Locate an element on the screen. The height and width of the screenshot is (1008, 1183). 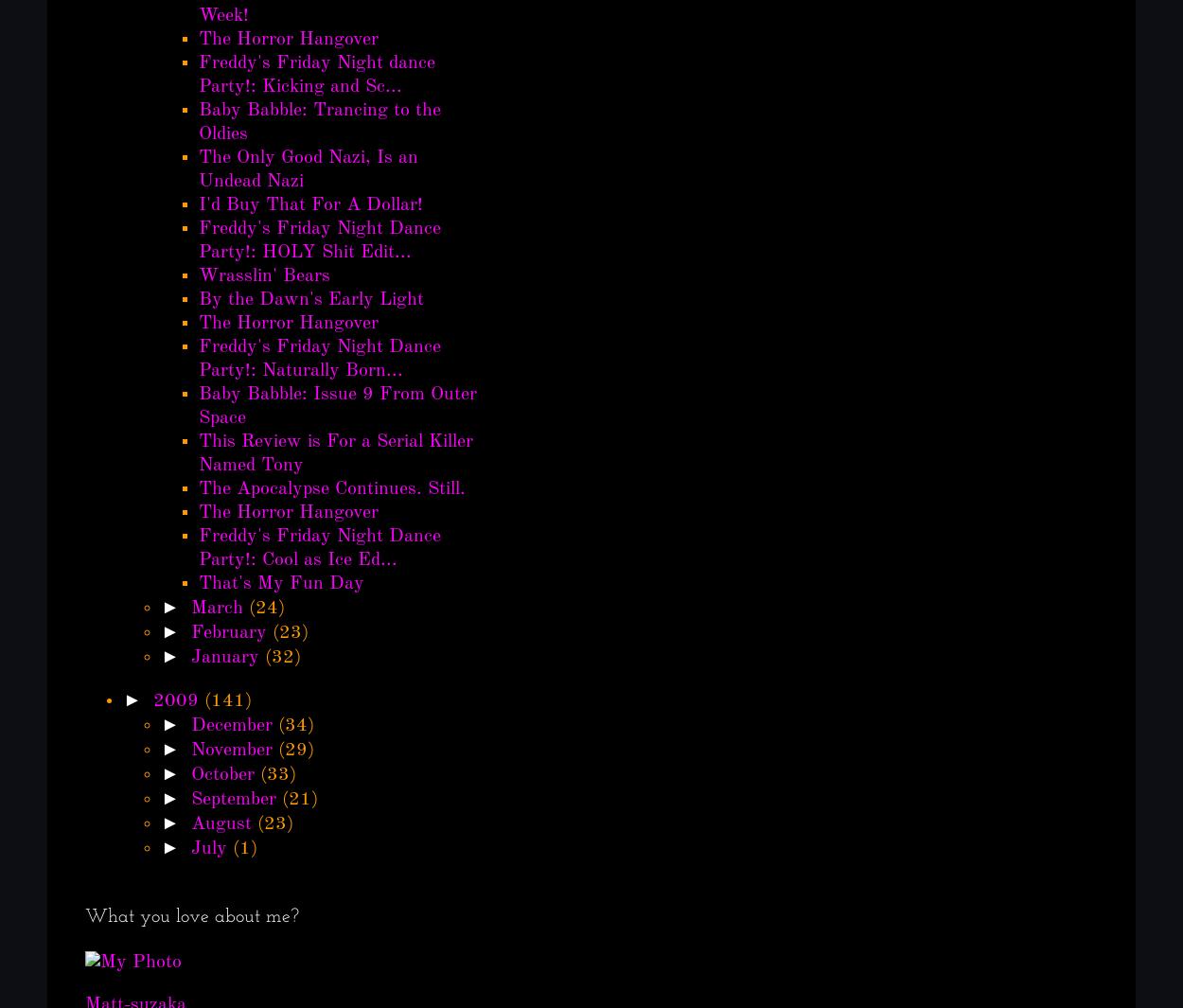
'Wrasslin' Bears' is located at coordinates (198, 275).